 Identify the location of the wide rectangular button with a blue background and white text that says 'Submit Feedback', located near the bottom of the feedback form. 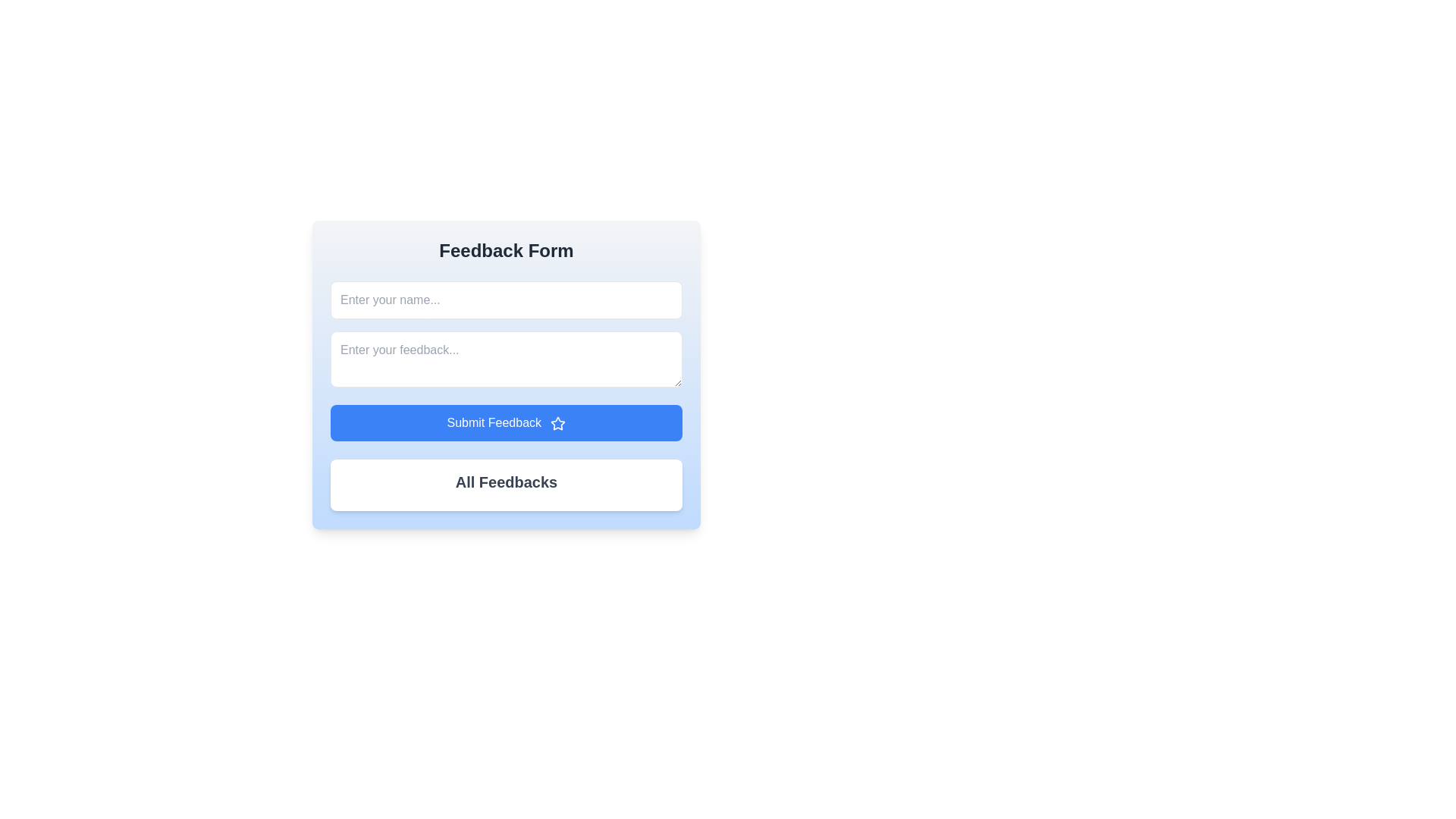
(506, 423).